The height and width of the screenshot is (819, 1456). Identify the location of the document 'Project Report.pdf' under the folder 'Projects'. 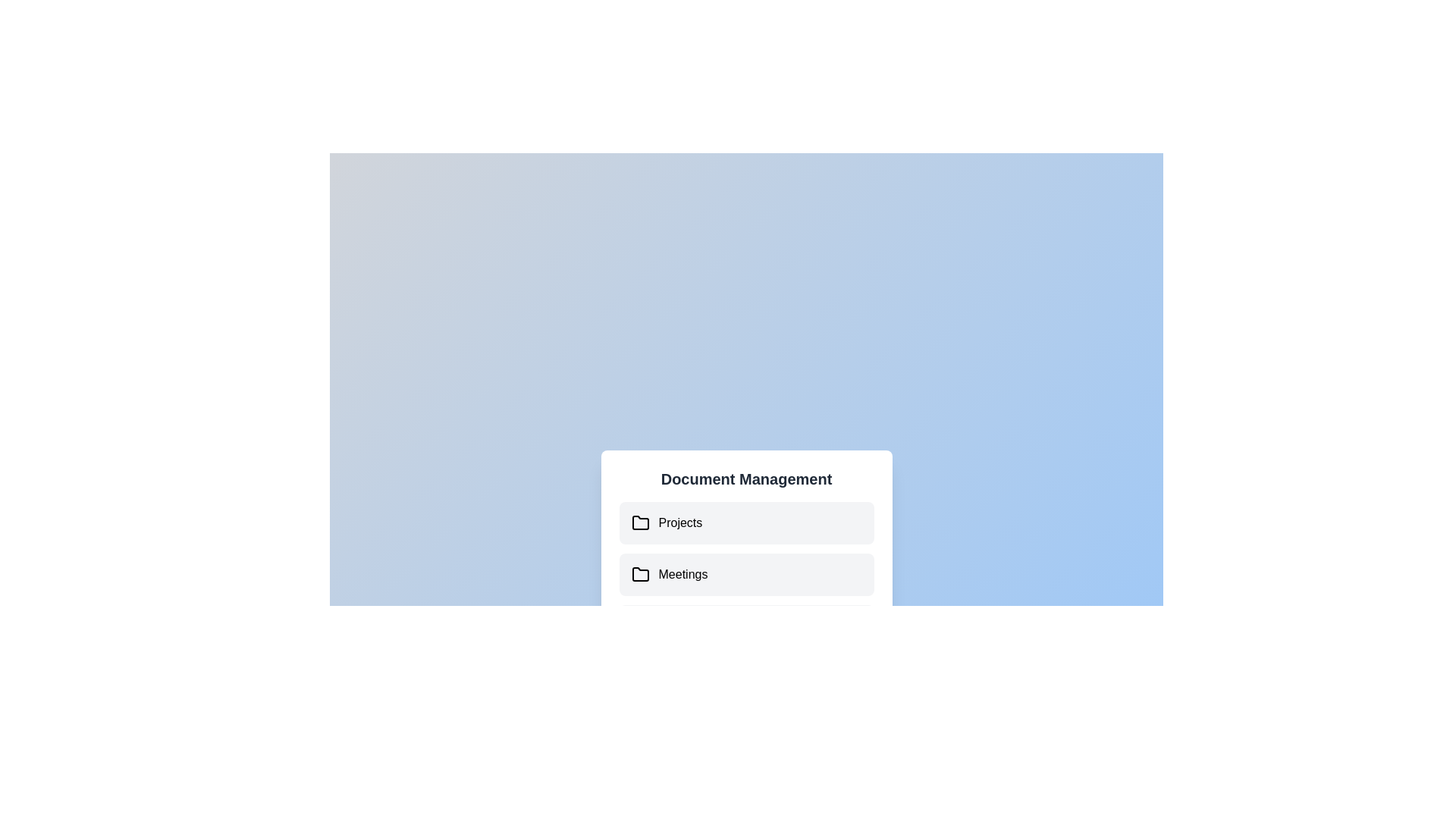
(746, 522).